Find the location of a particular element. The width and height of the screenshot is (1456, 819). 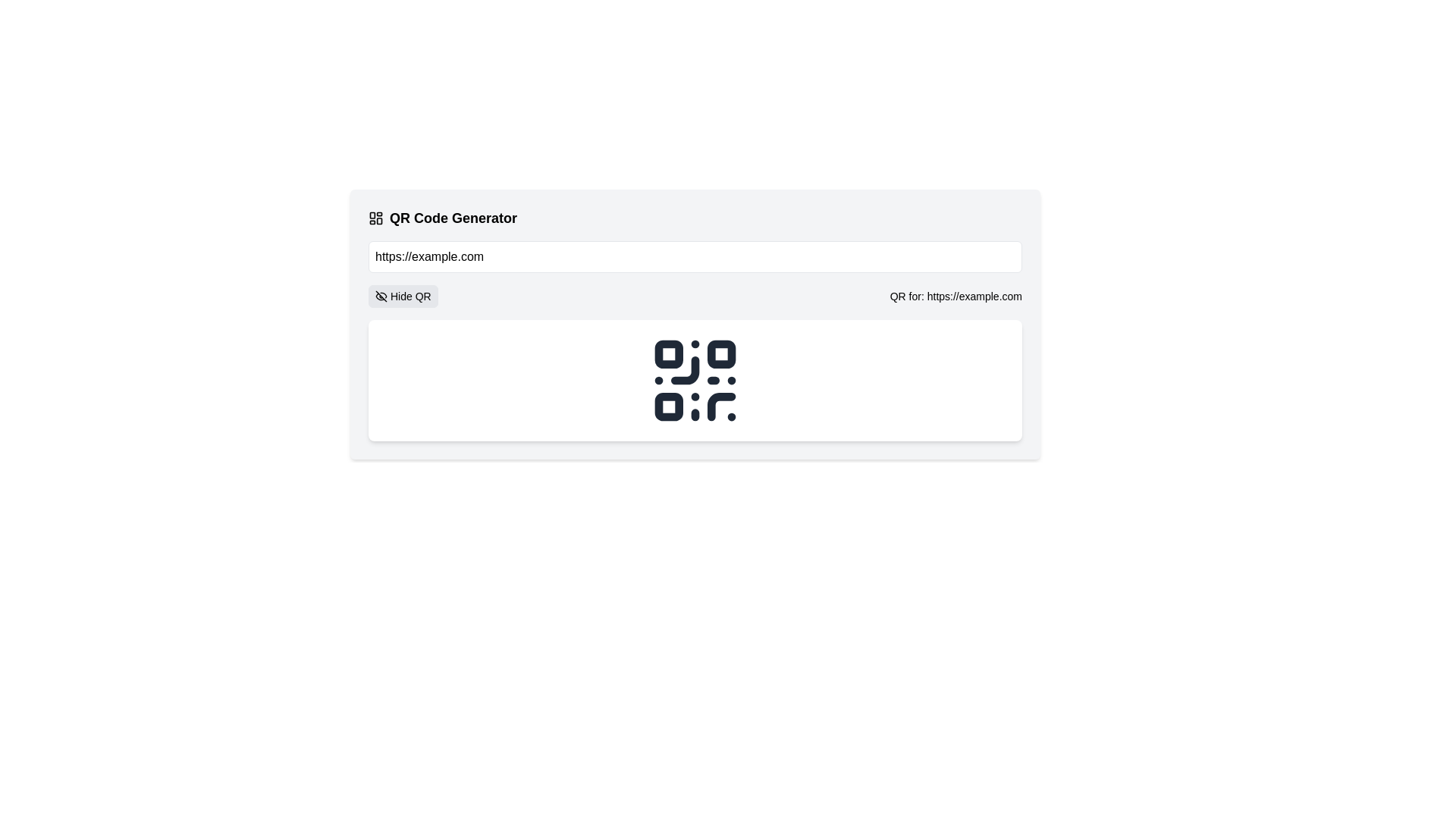

the eye-off icon, which is a crossed-out eye located on the left side of the 'Hide QR' button below the text input field is located at coordinates (381, 296).